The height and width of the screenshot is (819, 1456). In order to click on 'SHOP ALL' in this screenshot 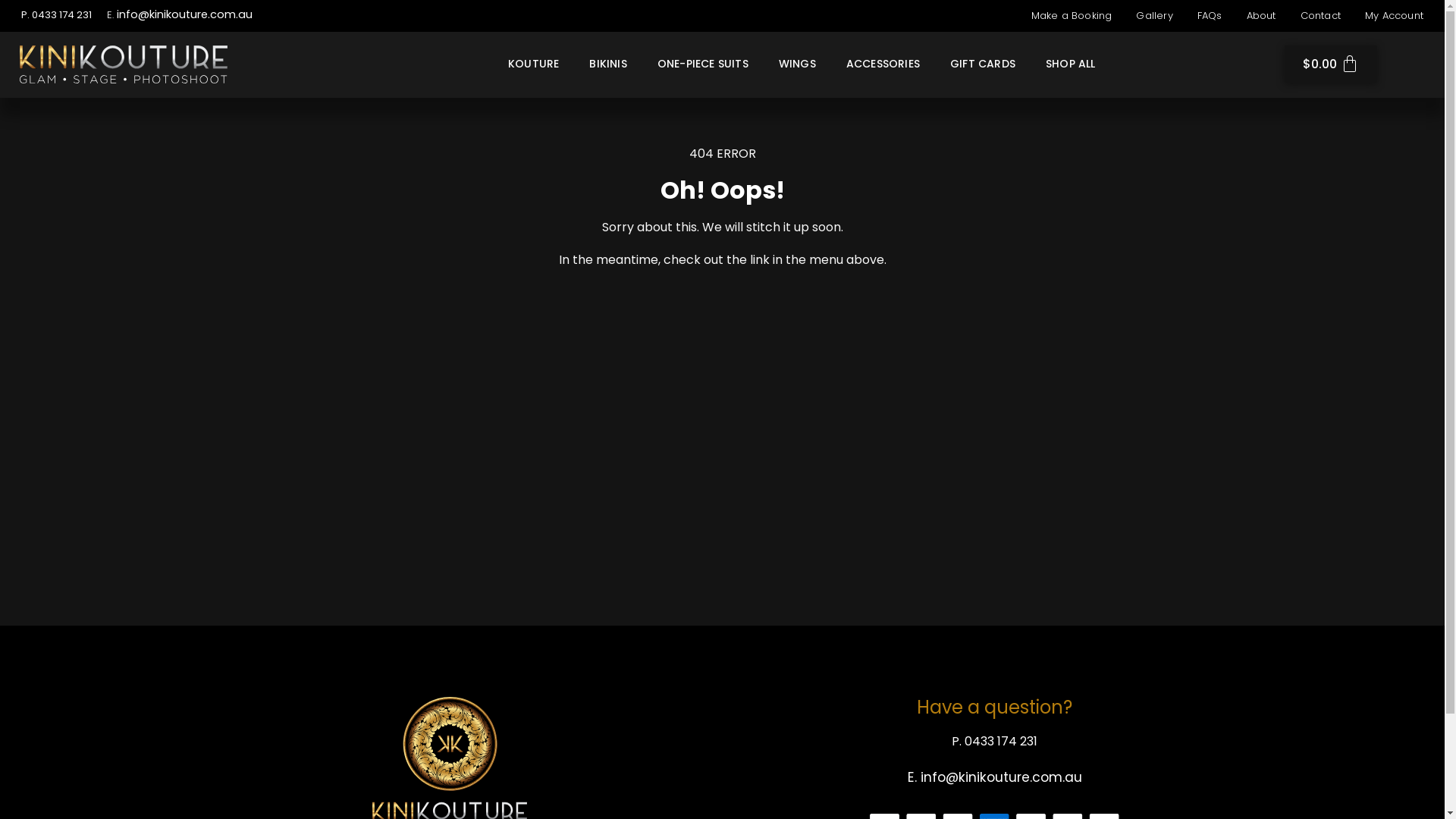, I will do `click(1069, 63)`.